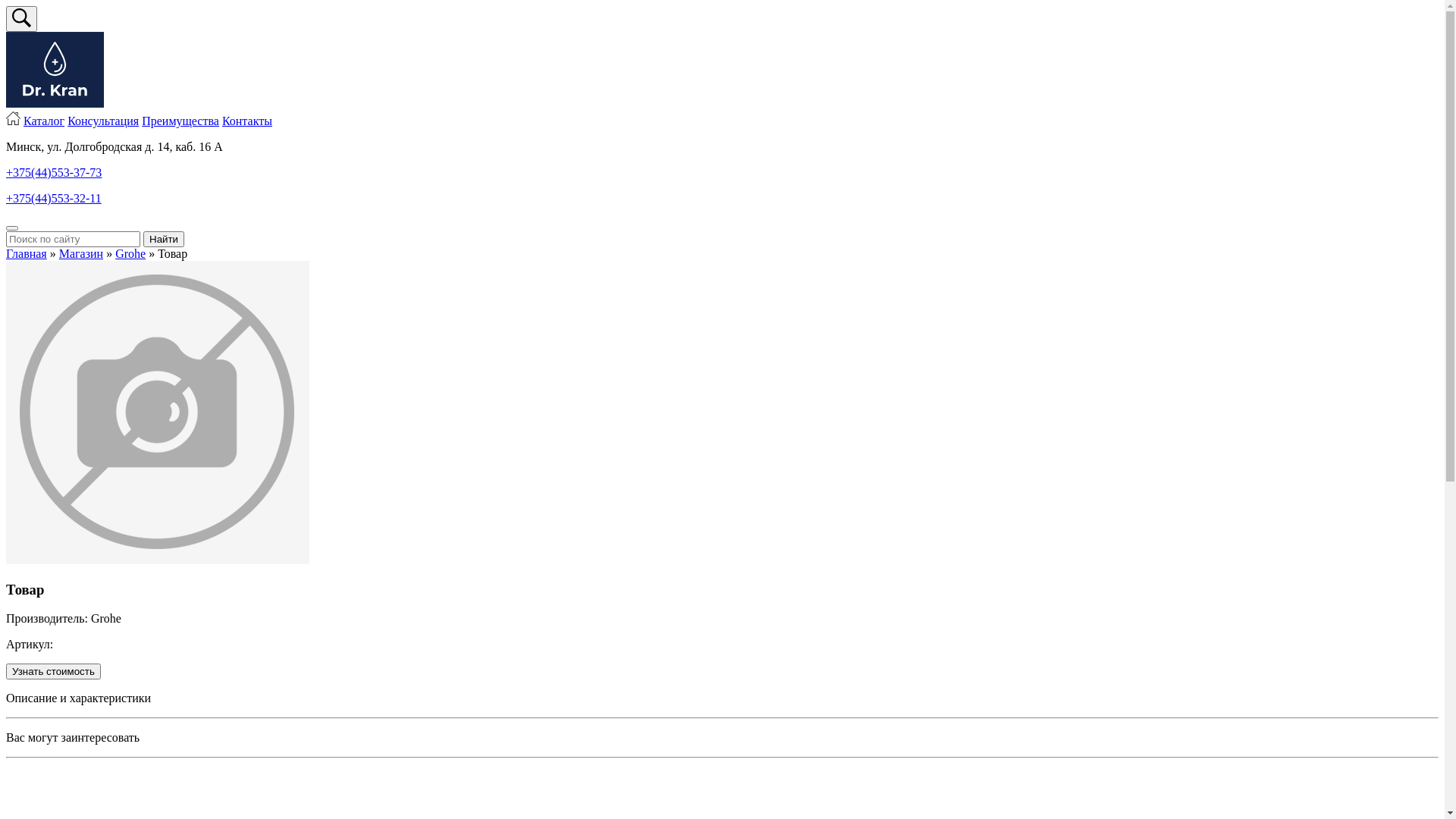  What do you see at coordinates (130, 253) in the screenshot?
I see `'Grohe'` at bounding box center [130, 253].